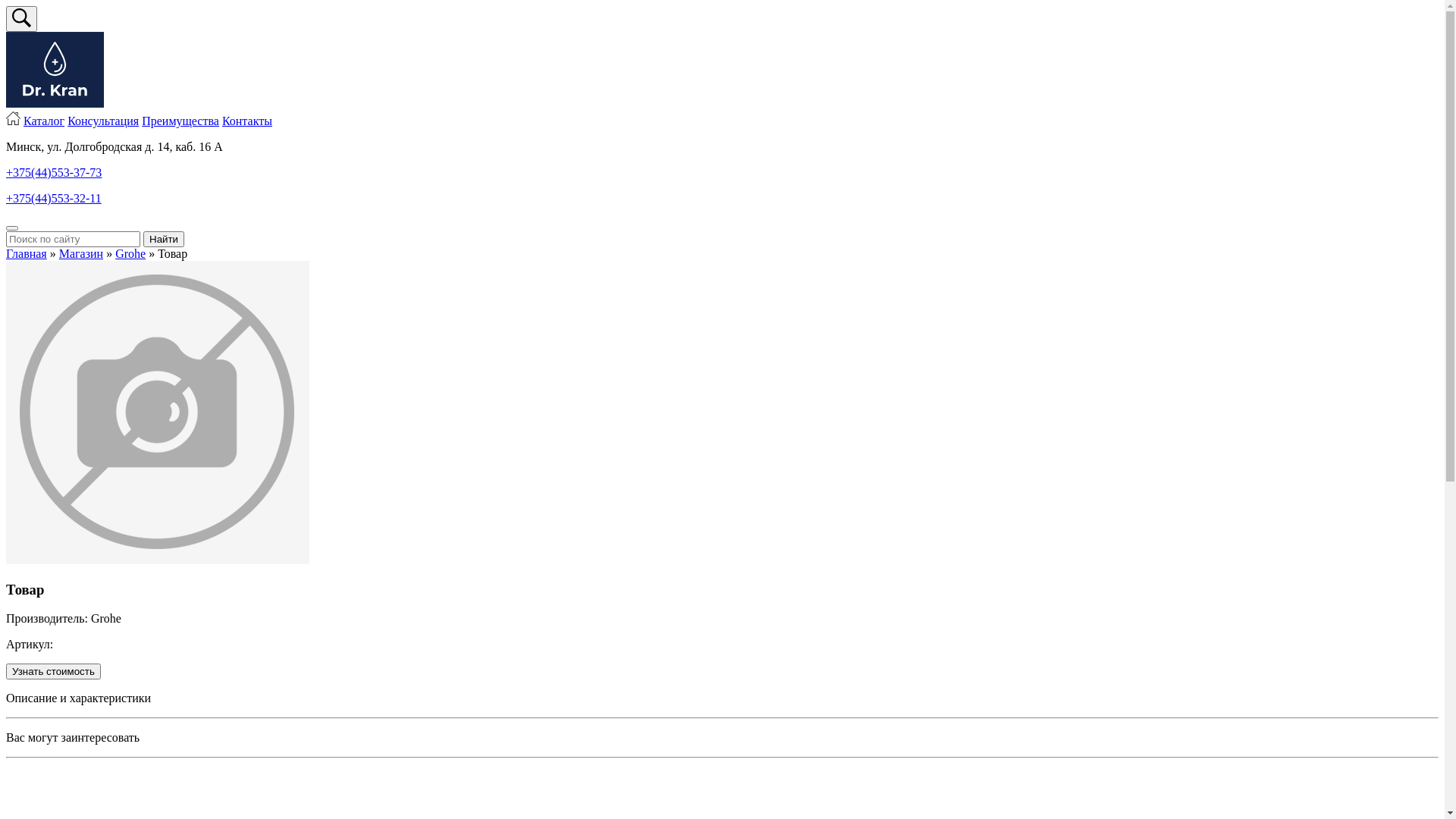  What do you see at coordinates (130, 253) in the screenshot?
I see `'Grohe'` at bounding box center [130, 253].